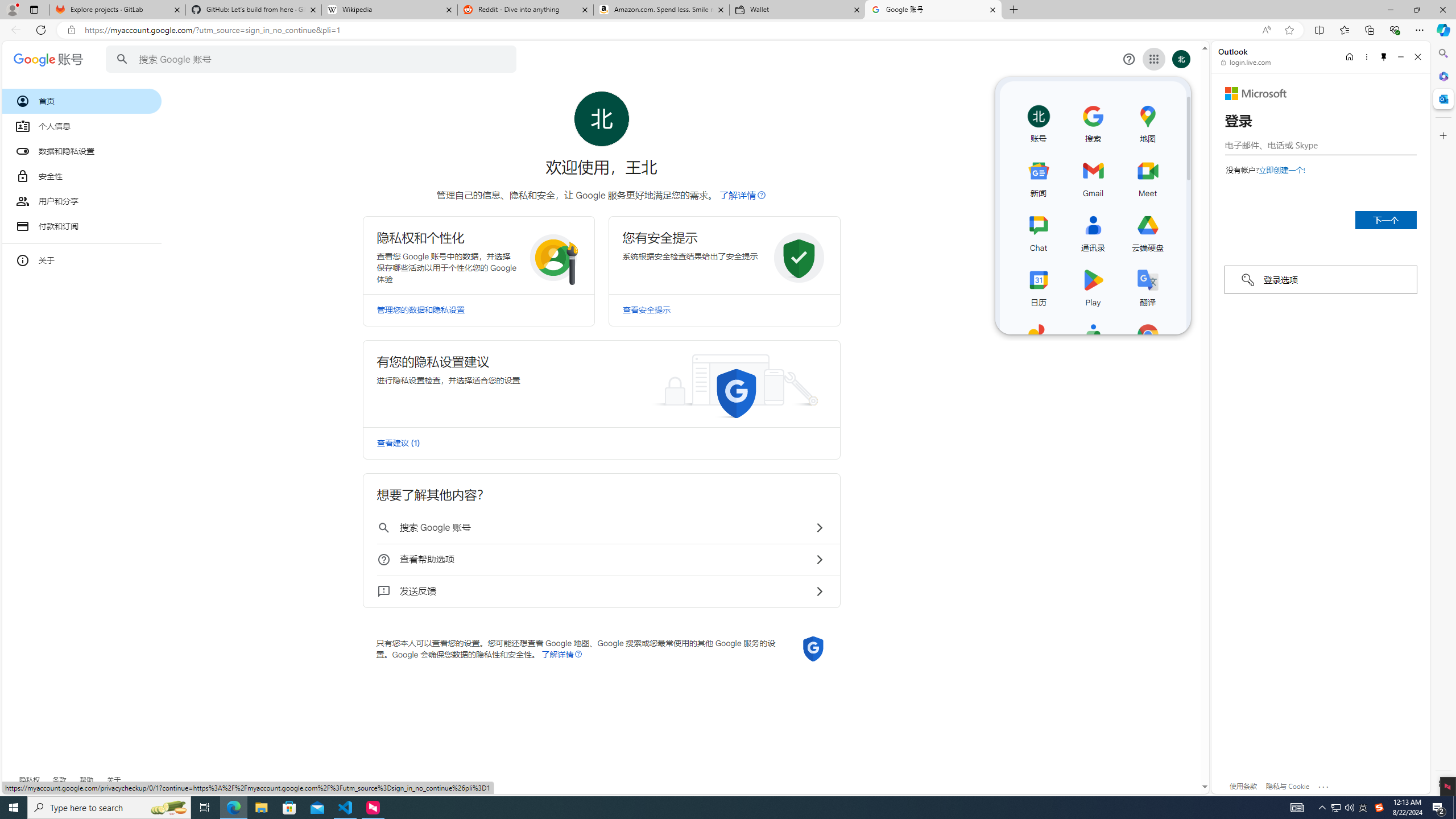 This screenshot has height=819, width=1456. Describe the element at coordinates (1093, 176) in the screenshot. I see `'Gmail'` at that location.